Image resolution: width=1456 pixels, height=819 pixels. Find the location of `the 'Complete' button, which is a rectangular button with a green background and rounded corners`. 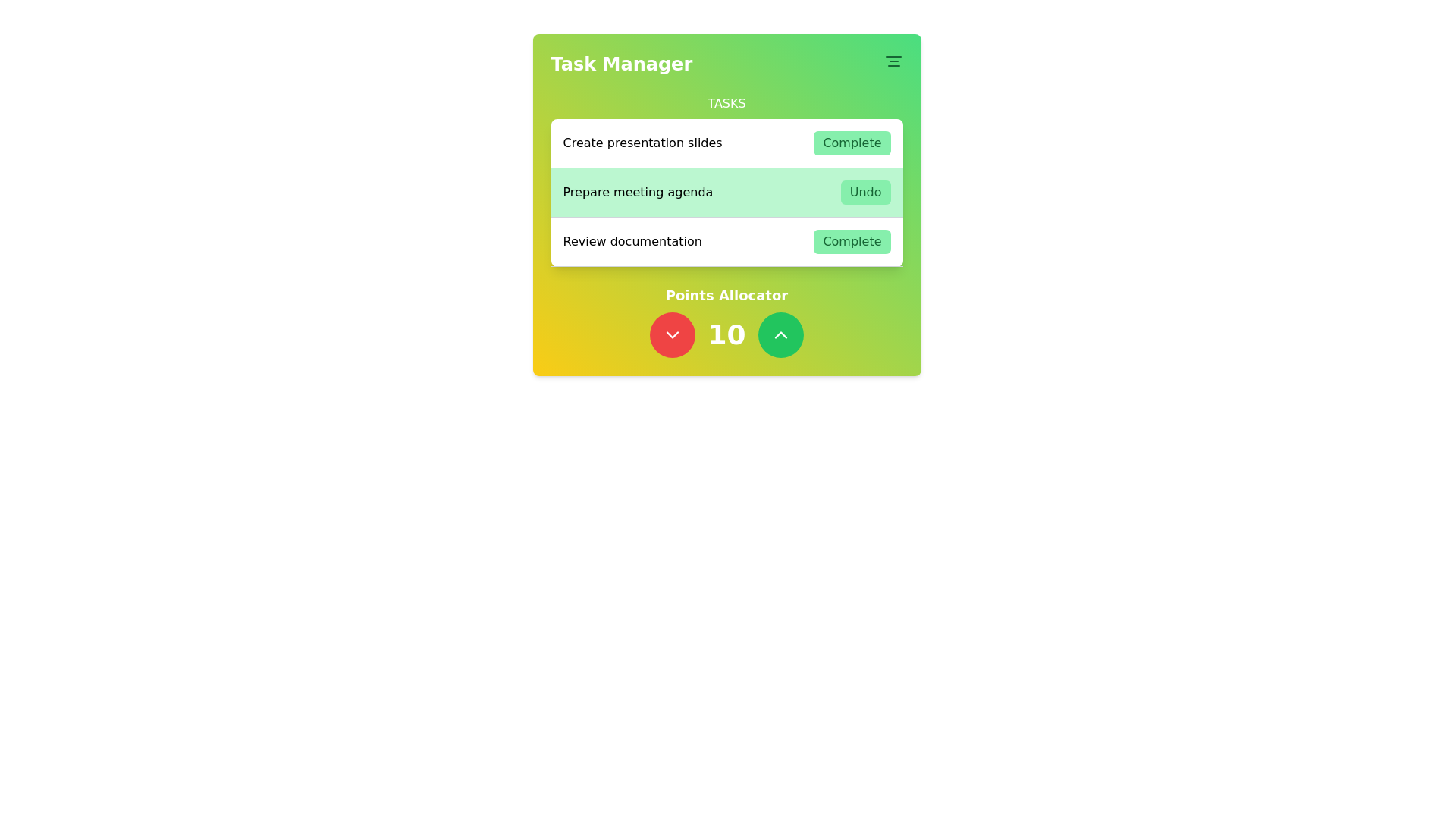

the 'Complete' button, which is a rectangular button with a green background and rounded corners is located at coordinates (852, 241).